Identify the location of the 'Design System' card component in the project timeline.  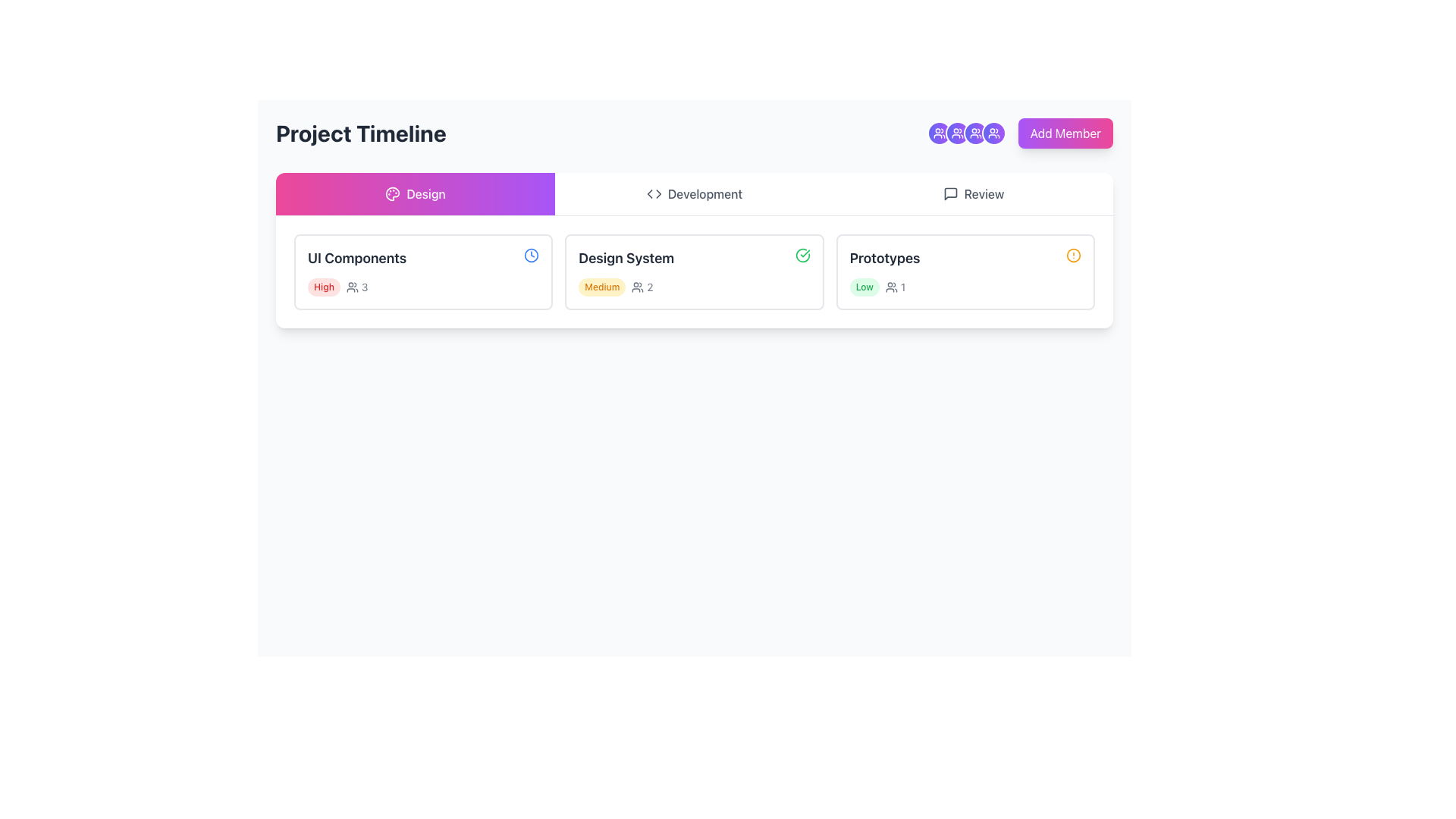
(694, 271).